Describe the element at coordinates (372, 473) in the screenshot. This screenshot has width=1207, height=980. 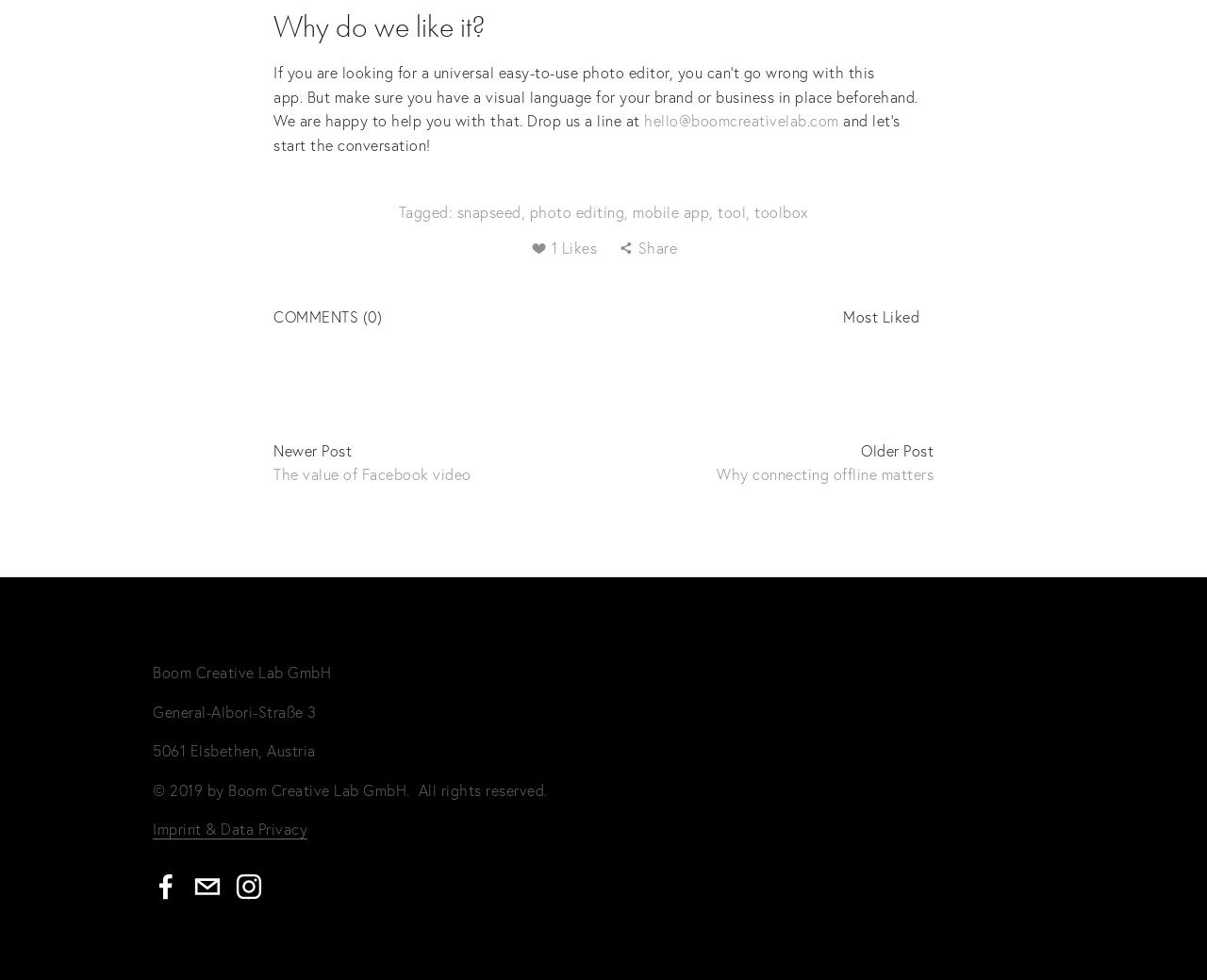
I see `'The value of Facebook video'` at that location.